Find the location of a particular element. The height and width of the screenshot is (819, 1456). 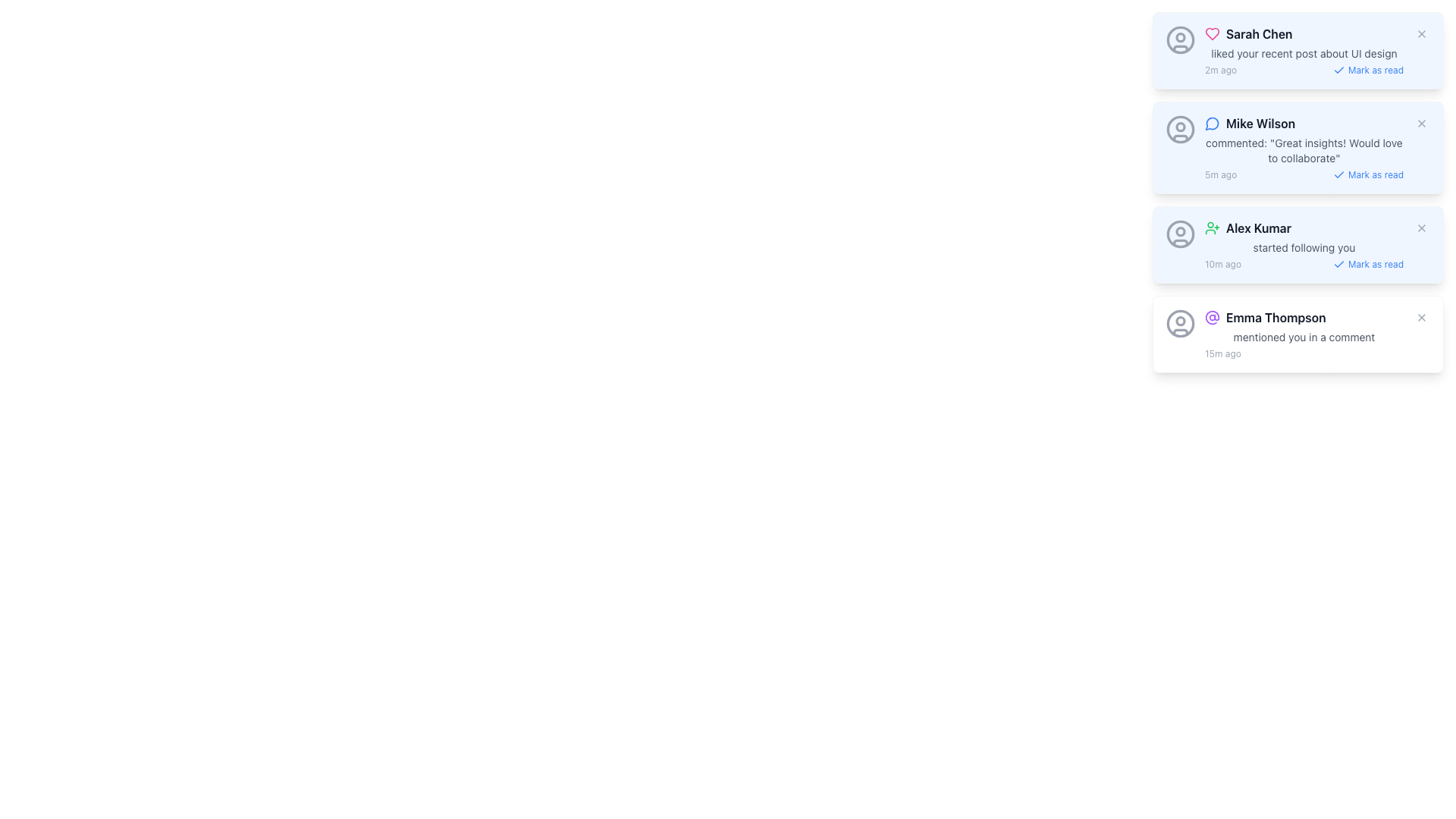

the purple '@' icon adjacent to 'Emma Thompson' is located at coordinates (1211, 317).